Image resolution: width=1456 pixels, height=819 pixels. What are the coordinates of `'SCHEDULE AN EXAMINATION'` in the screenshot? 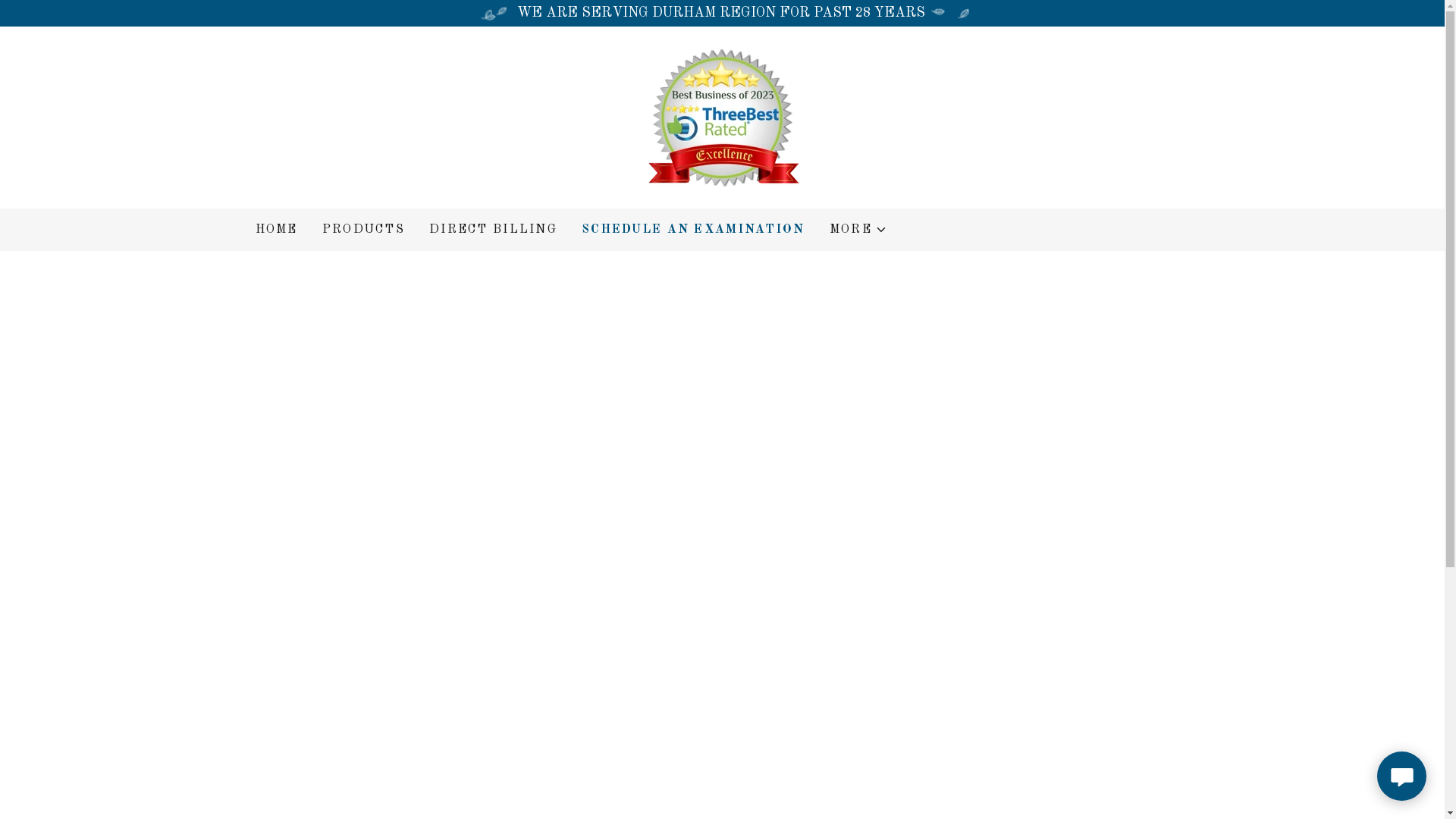 It's located at (692, 230).